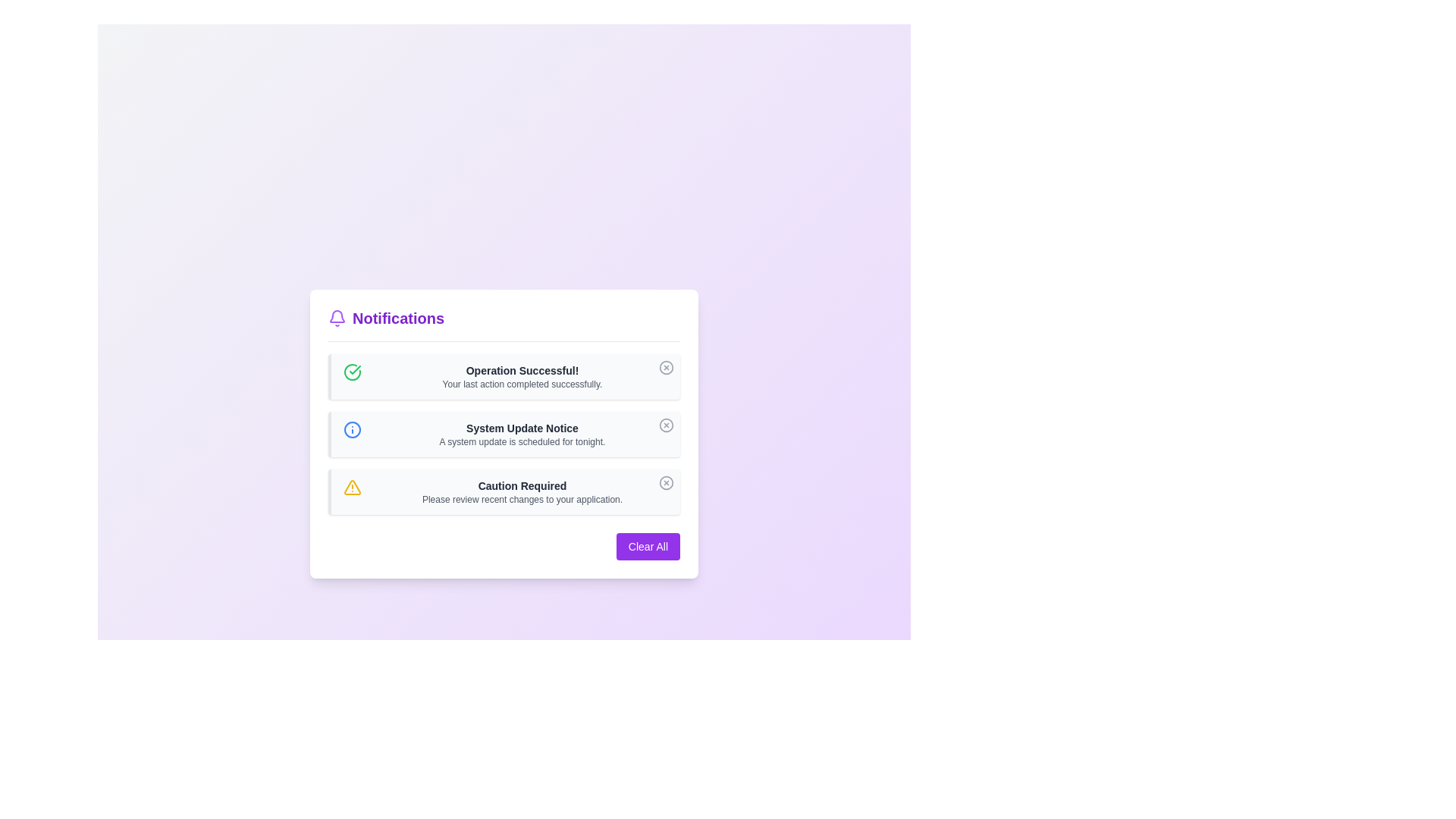 The height and width of the screenshot is (819, 1456). I want to click on the close button located at the top-right corner of the notification card displaying 'Operation Successful!' to change its color, so click(666, 367).